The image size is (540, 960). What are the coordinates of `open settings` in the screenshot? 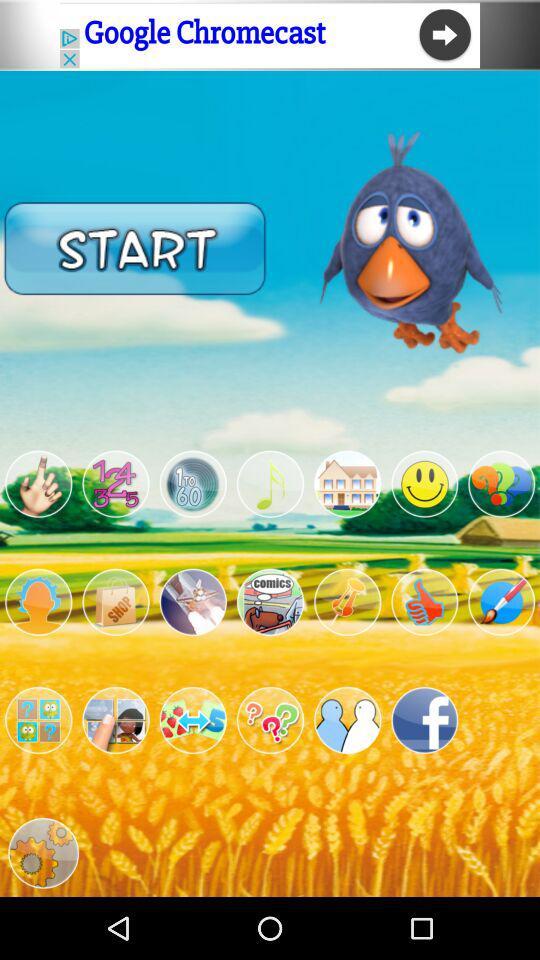 It's located at (43, 852).